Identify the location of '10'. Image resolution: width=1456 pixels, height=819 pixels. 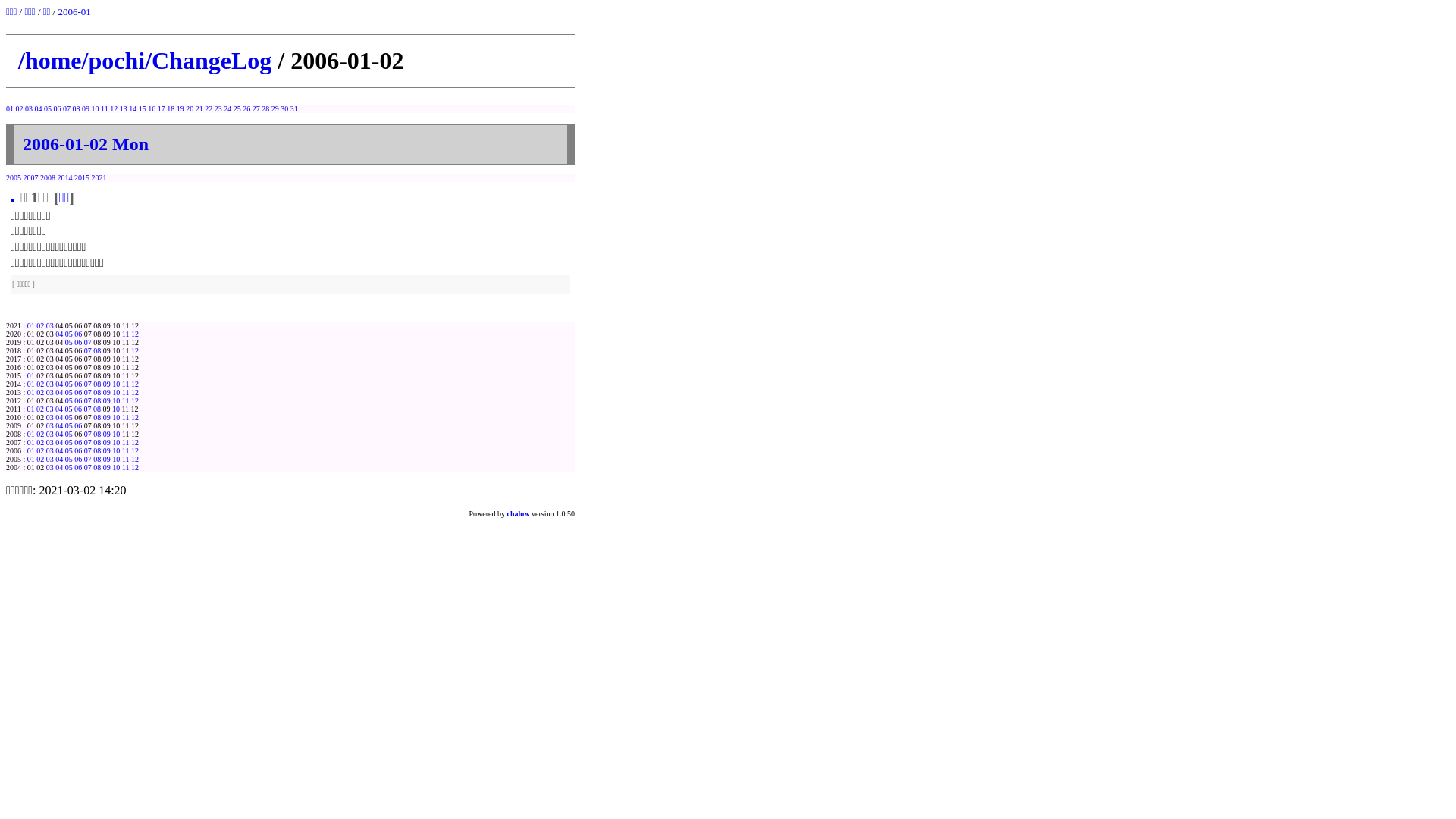
(115, 466).